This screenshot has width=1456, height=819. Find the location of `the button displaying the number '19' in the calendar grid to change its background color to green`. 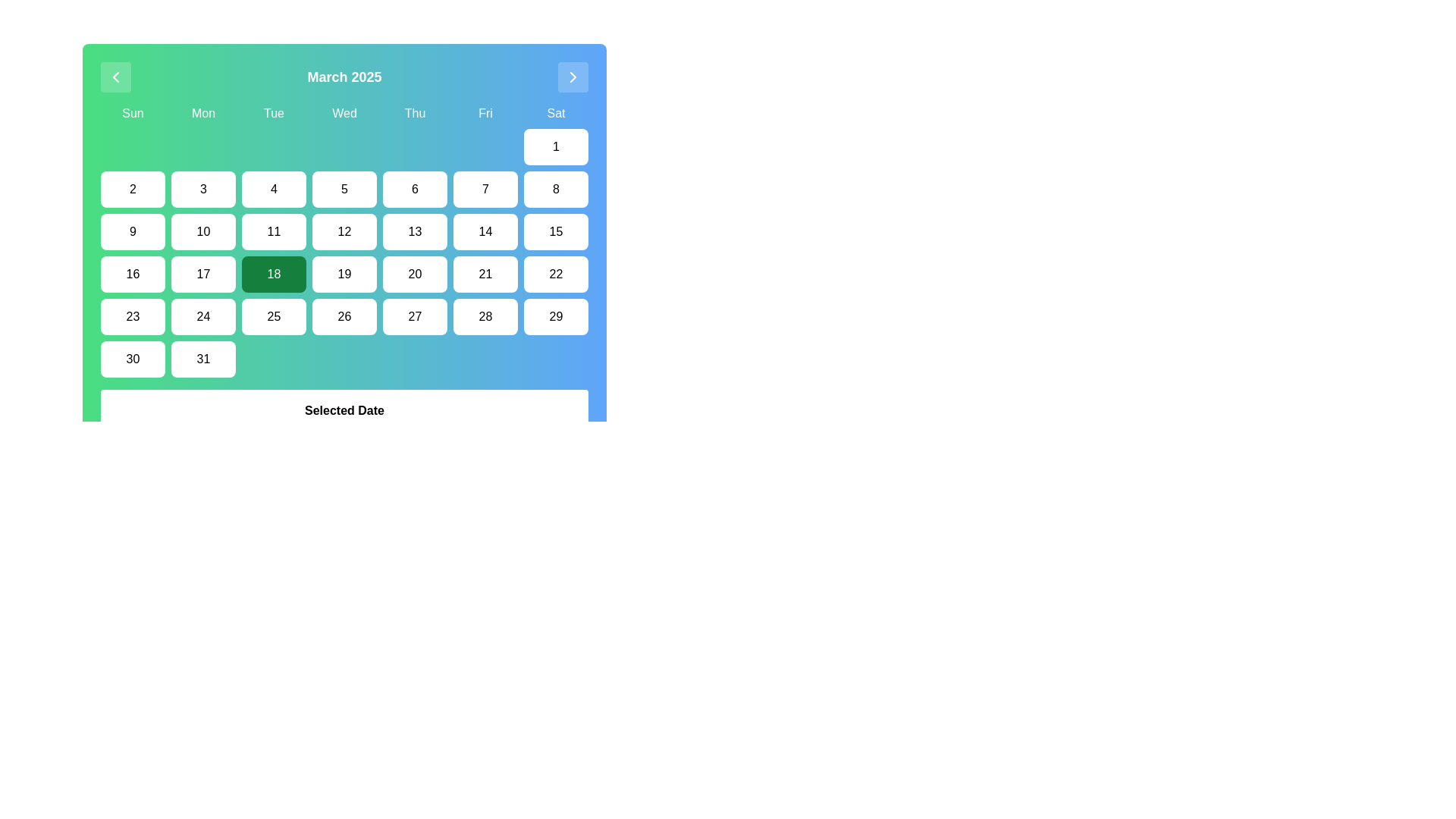

the button displaying the number '19' in the calendar grid to change its background color to green is located at coordinates (344, 275).